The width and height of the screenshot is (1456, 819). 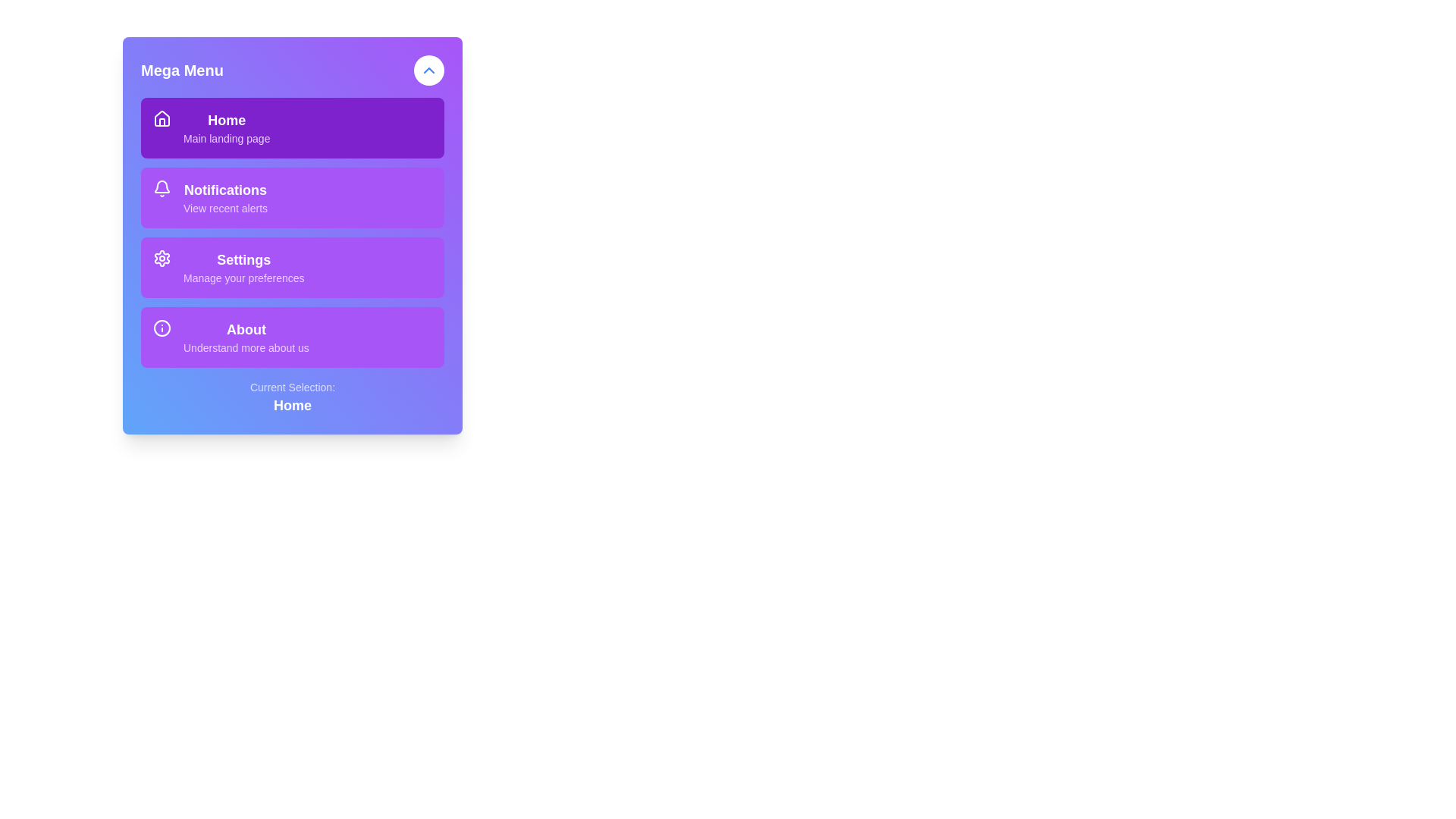 I want to click on the small house icon located on the left side of the 'Home' menu item in the mega menu, which has a white outline and a purple background, so click(x=162, y=118).